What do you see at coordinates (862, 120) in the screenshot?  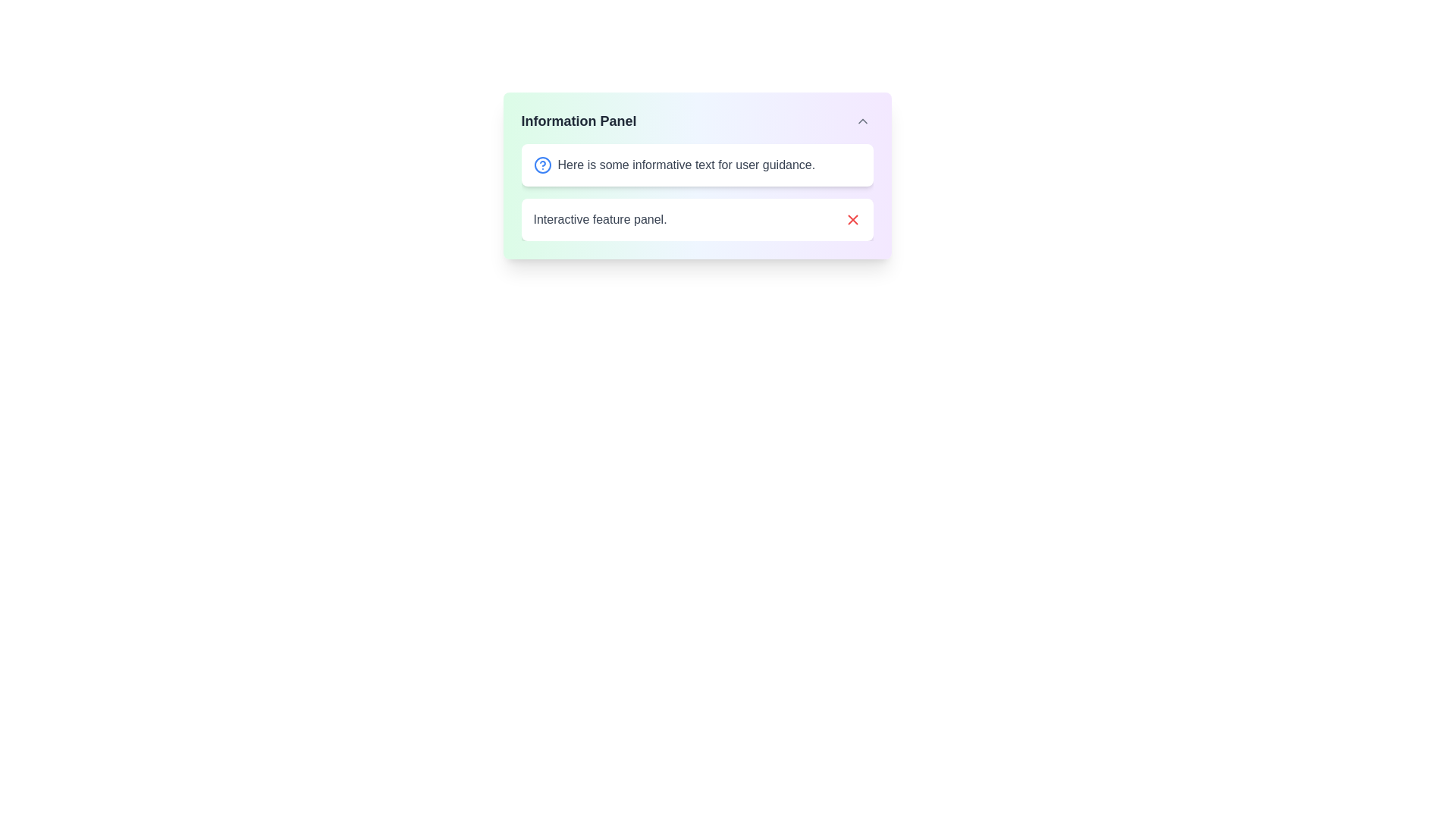 I see `the chevron-up icon button located in the top-right corner of the 'Information Panel'` at bounding box center [862, 120].